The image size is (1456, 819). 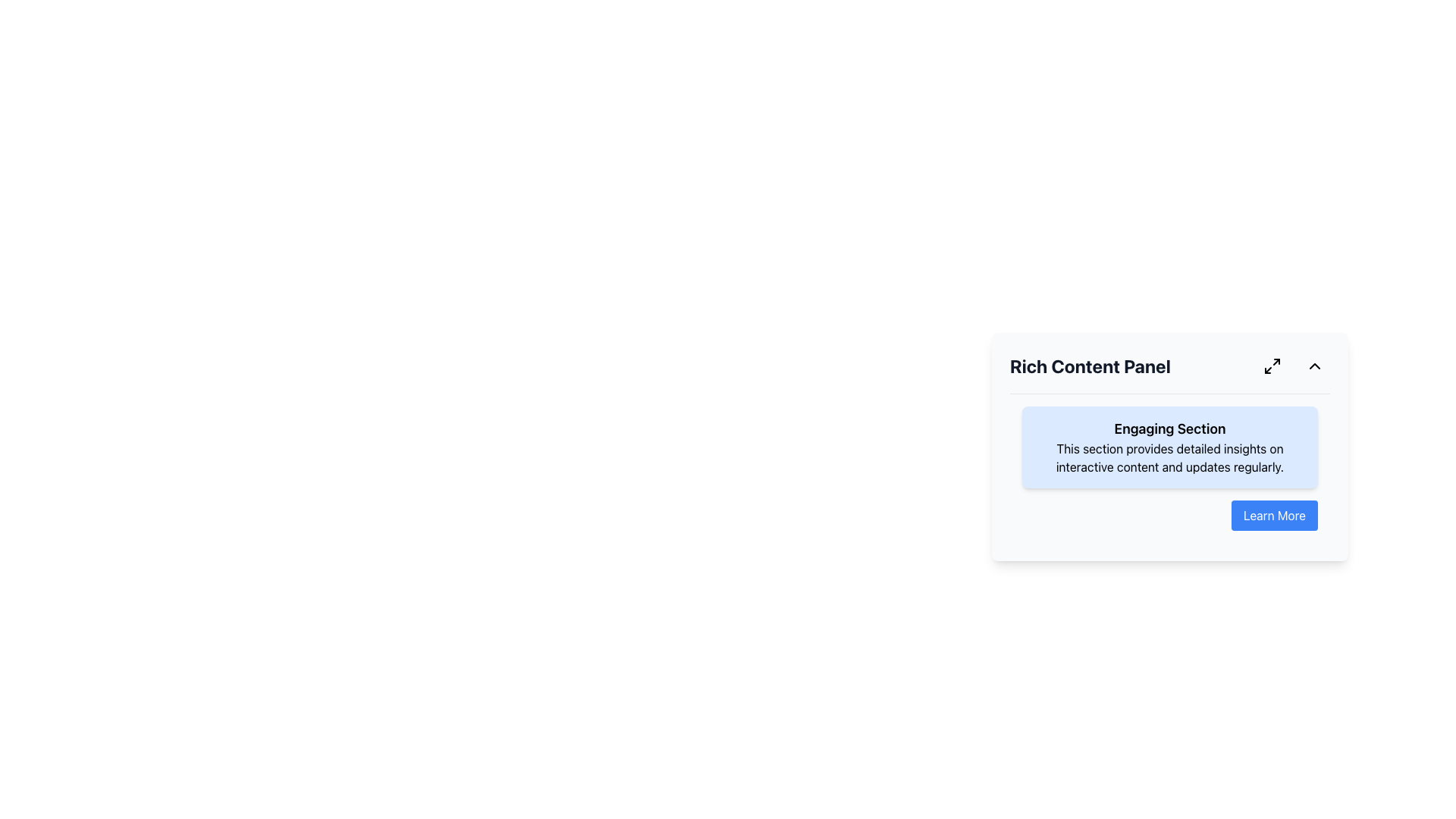 What do you see at coordinates (1313, 366) in the screenshot?
I see `the chevron icon located in the top-right corner of the 'Rich Content Panel' card` at bounding box center [1313, 366].